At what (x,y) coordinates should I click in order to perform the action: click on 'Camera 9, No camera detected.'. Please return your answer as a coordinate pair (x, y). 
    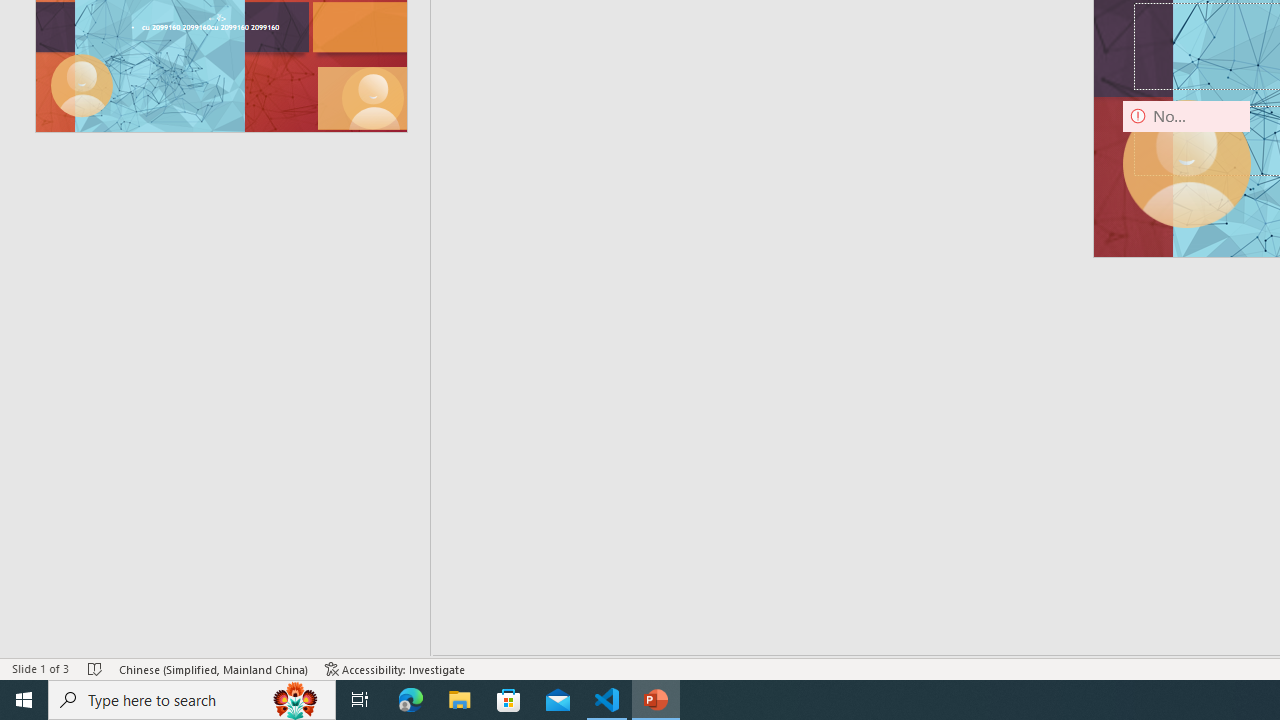
    Looking at the image, I should click on (1186, 163).